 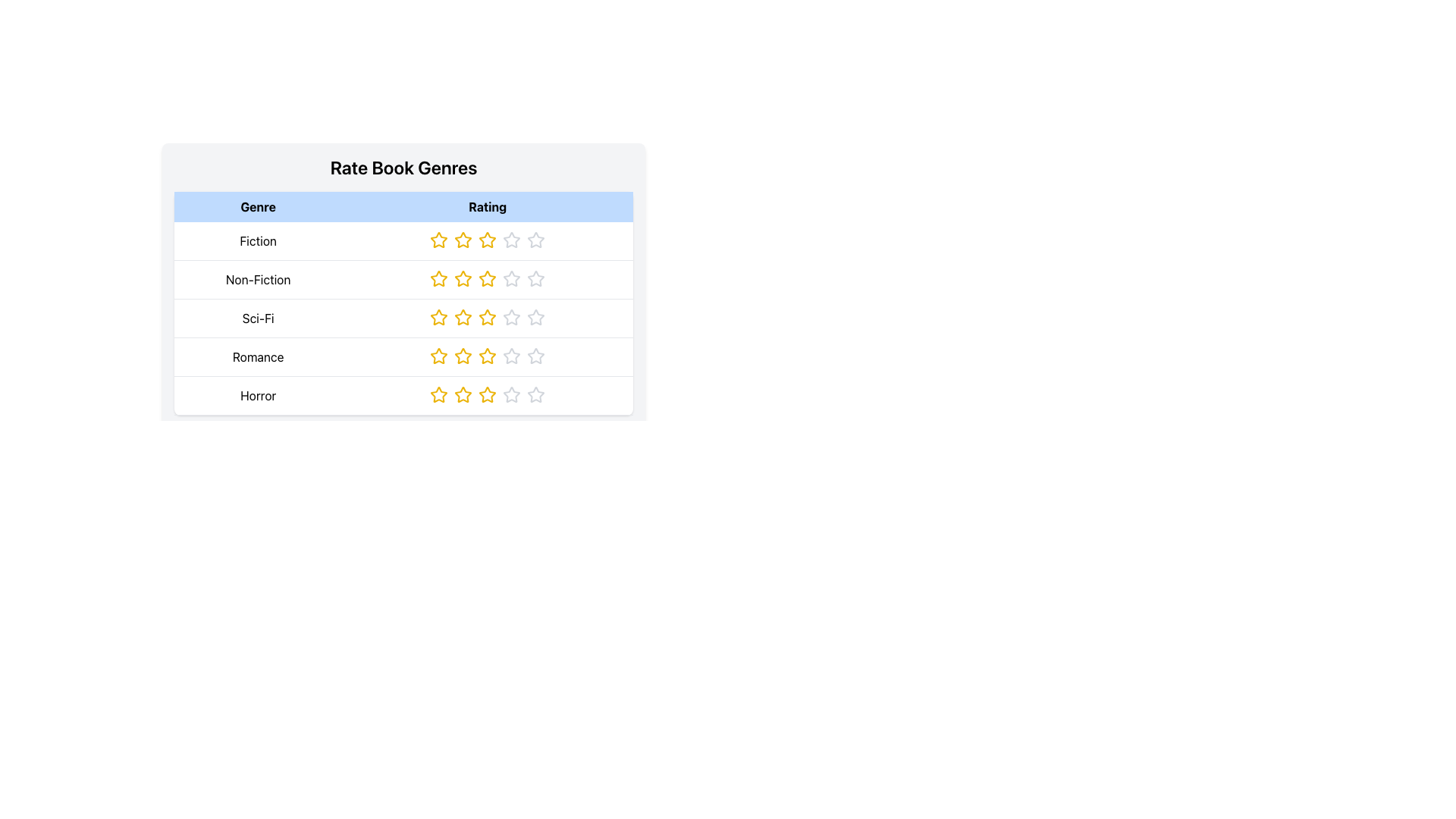 I want to click on the first star in the rating column of the 'Horror' genre, so click(x=438, y=394).